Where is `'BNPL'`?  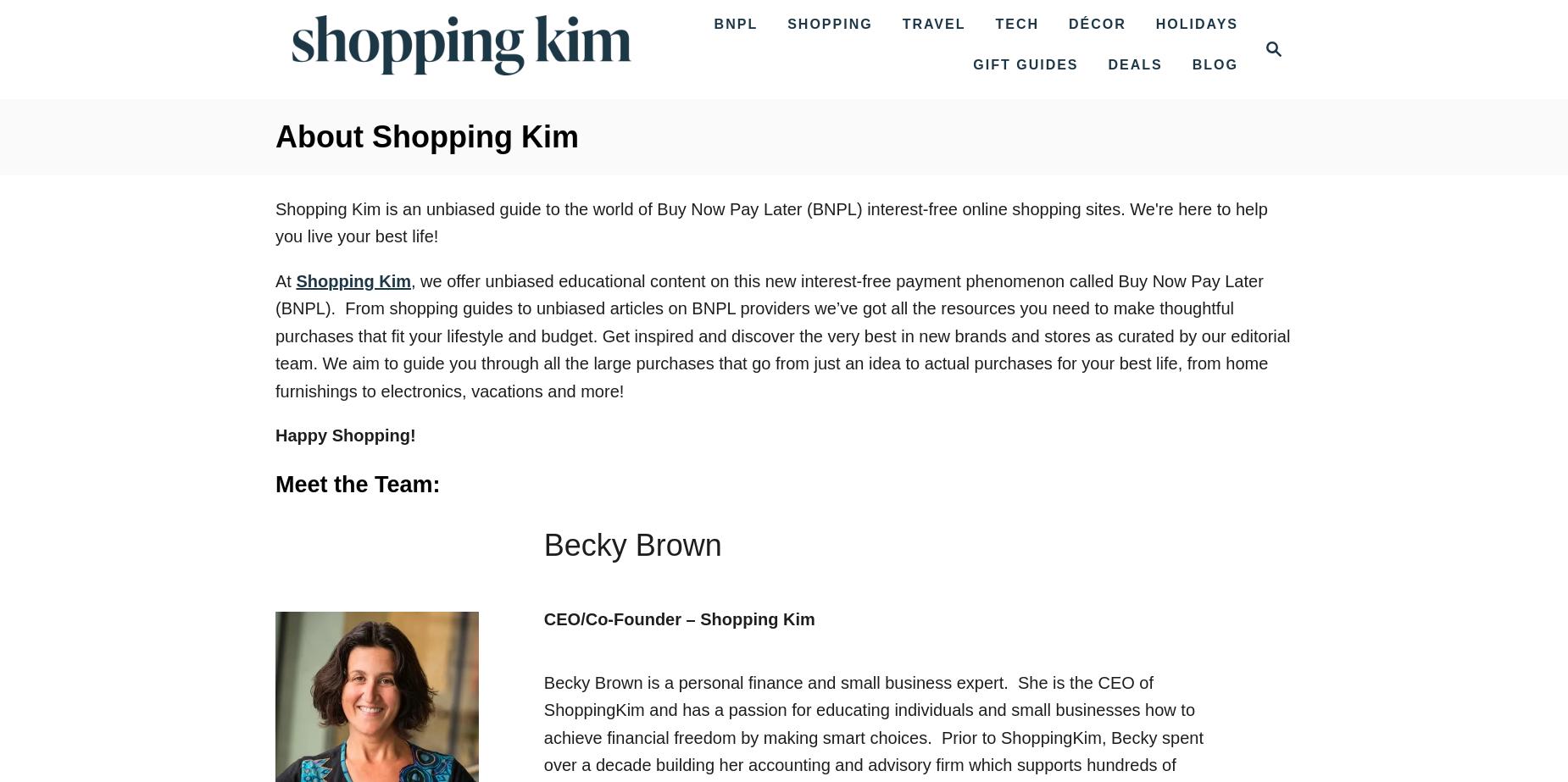
'BNPL' is located at coordinates (736, 24).